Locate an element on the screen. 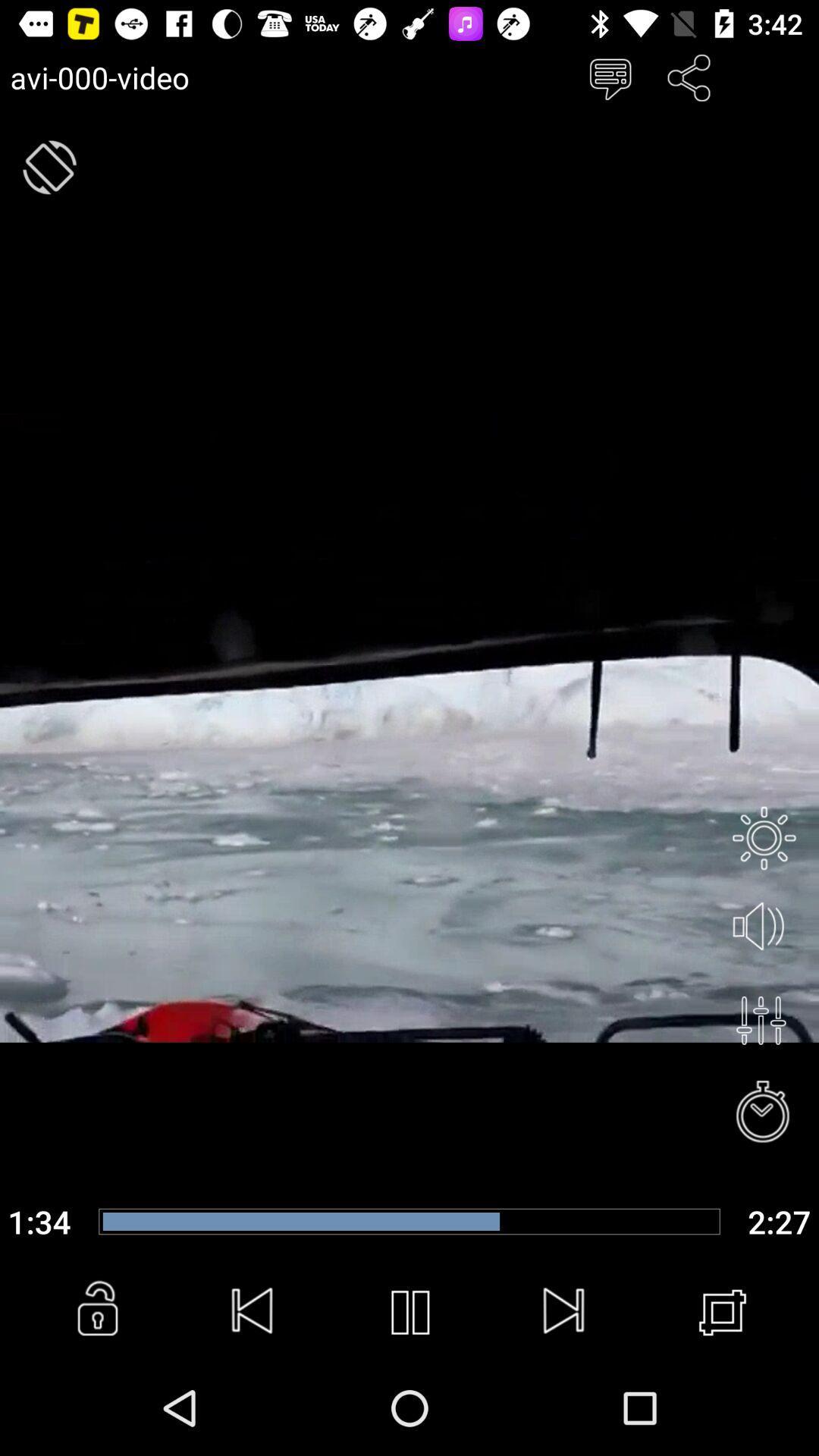 The width and height of the screenshot is (819, 1456). the skip_next icon is located at coordinates (565, 1312).